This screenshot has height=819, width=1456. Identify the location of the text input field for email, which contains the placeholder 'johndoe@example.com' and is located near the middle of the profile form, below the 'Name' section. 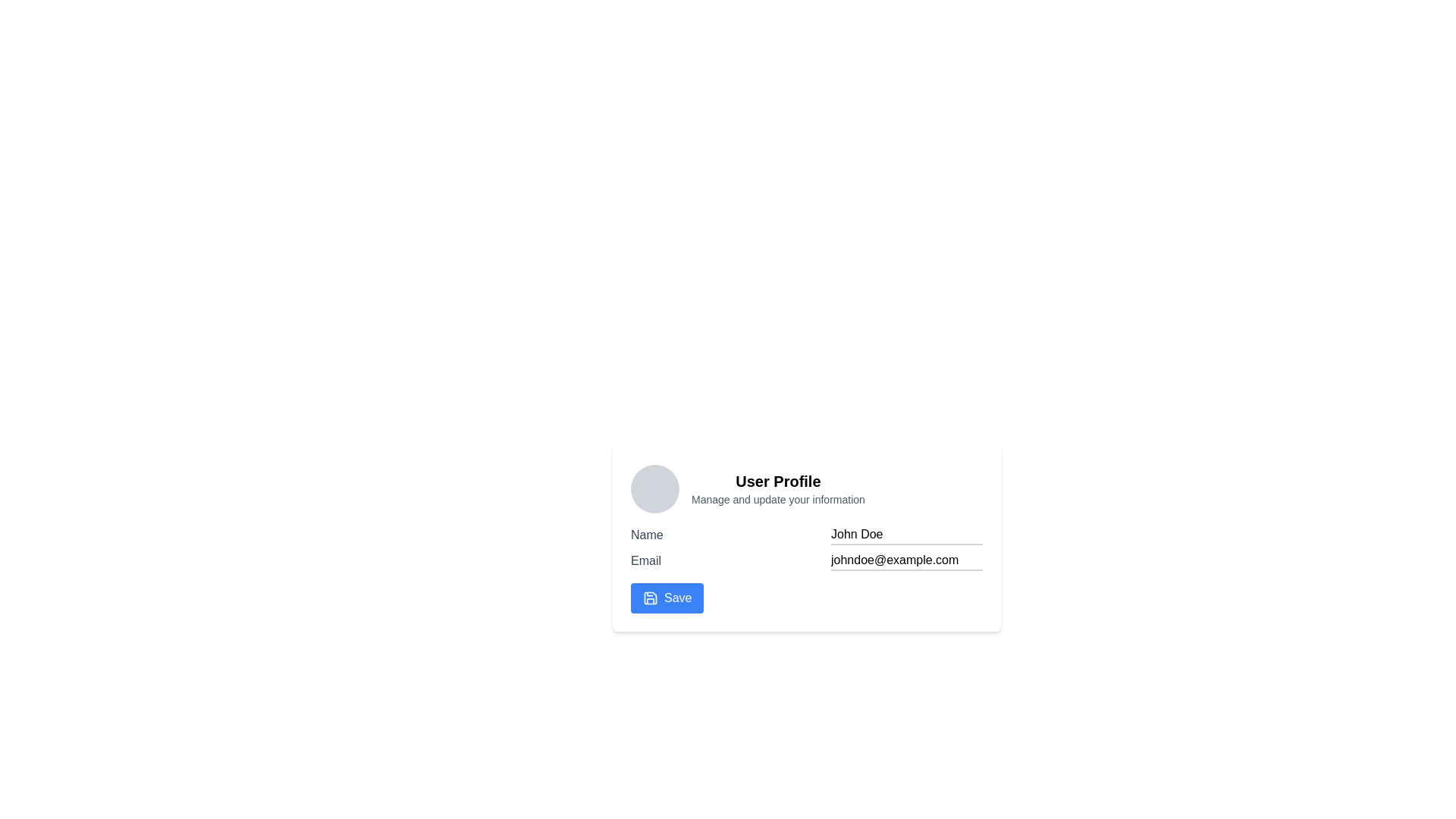
(906, 561).